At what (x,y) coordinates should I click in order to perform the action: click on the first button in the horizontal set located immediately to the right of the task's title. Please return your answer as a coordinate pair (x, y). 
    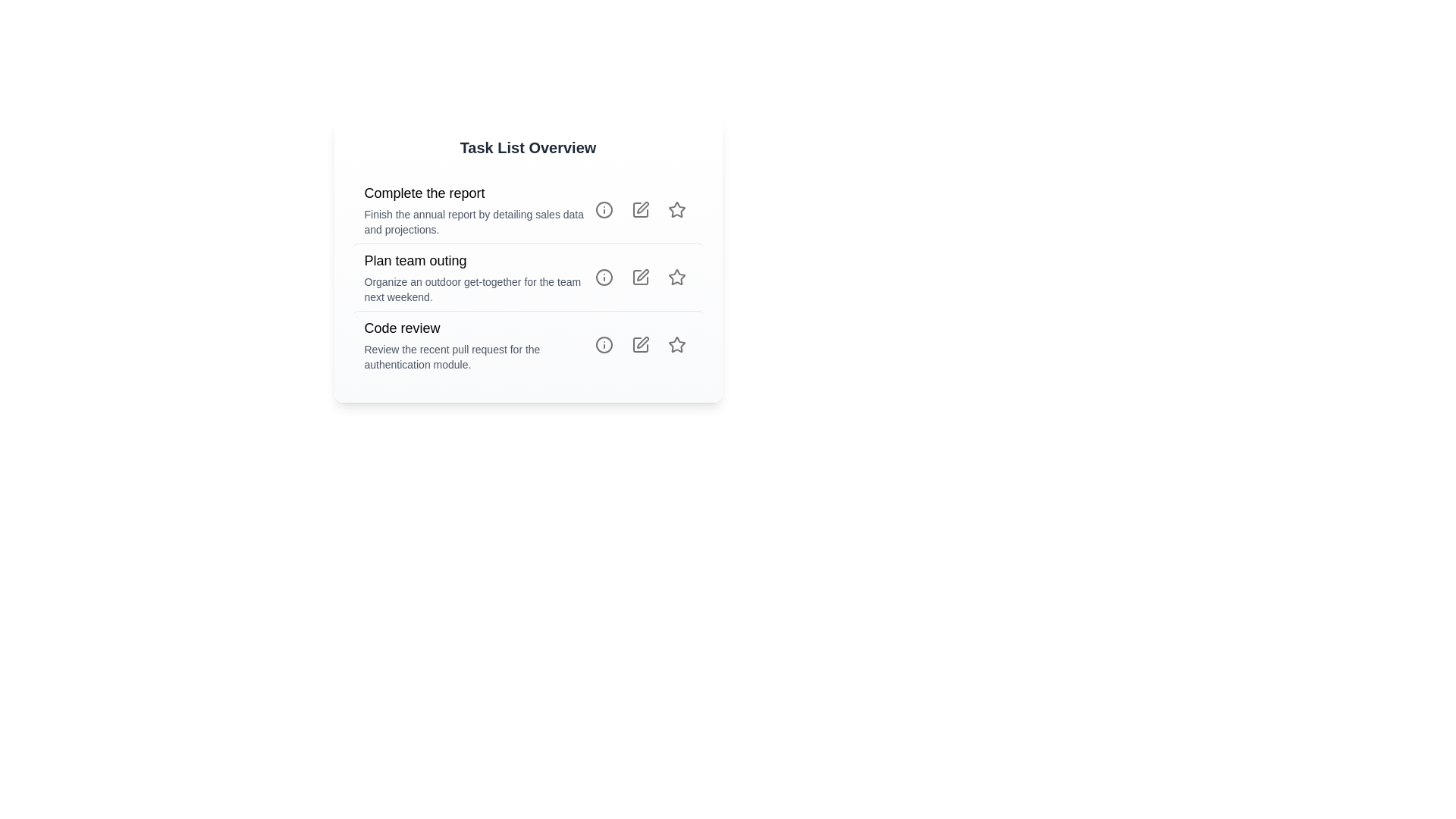
    Looking at the image, I should click on (603, 210).